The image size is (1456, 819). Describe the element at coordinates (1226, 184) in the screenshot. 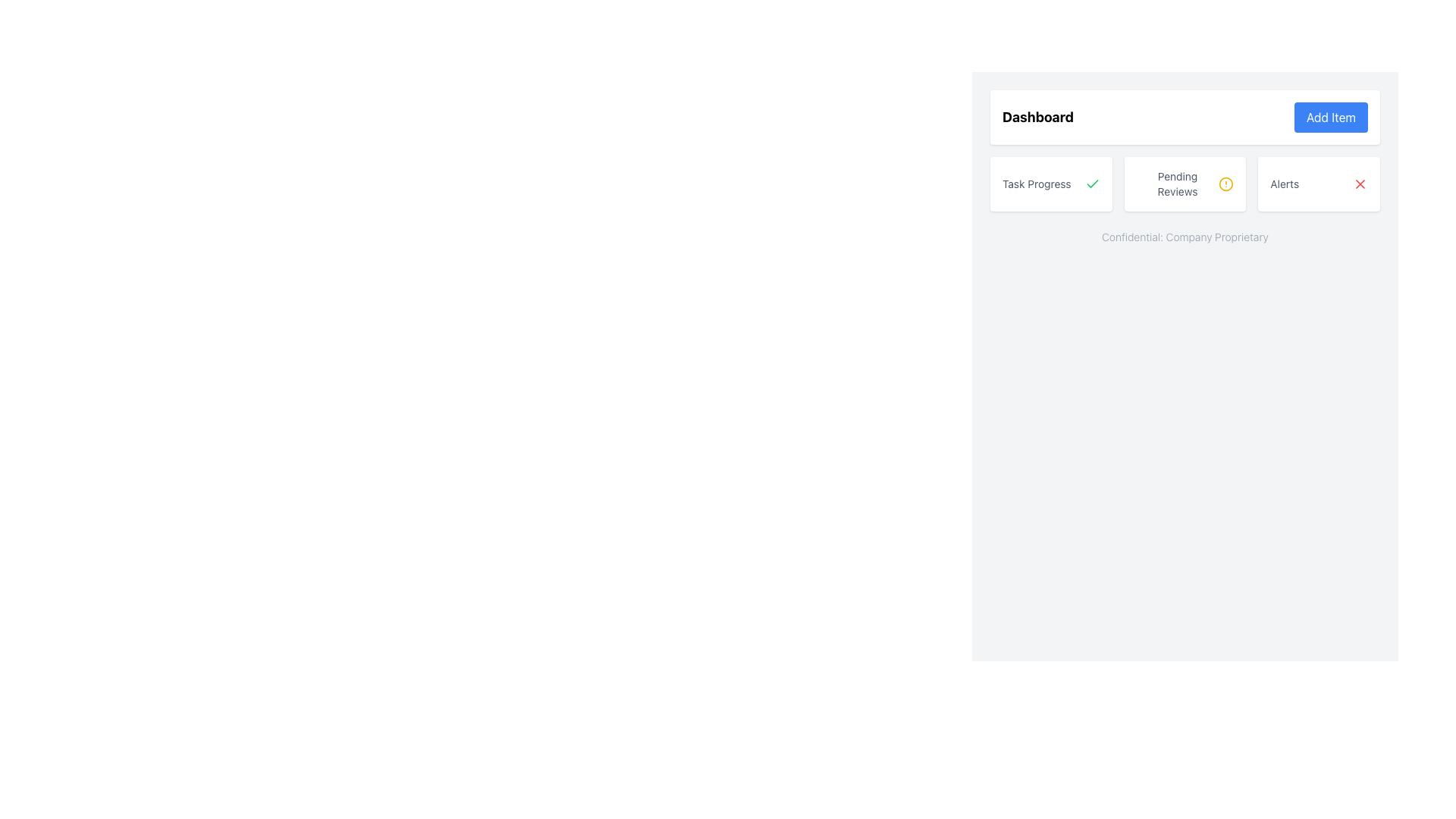

I see `the circular alert icon with a yellow outline located in the 'Pending Reviews' card, positioned to the right of the 'Pending Reviews' text` at that location.